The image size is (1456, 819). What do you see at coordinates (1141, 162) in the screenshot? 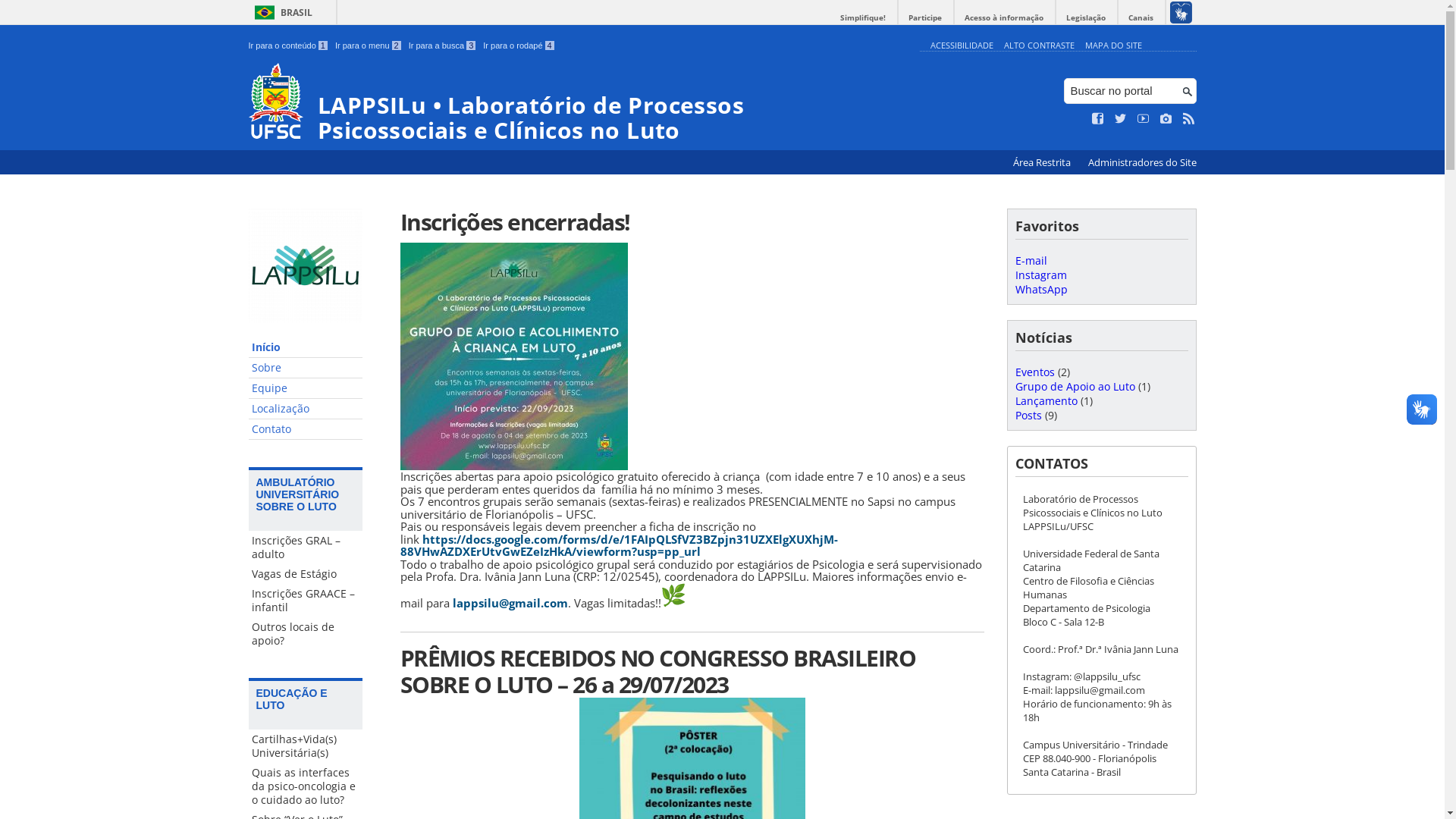
I see `'Administradores do Site'` at bounding box center [1141, 162].